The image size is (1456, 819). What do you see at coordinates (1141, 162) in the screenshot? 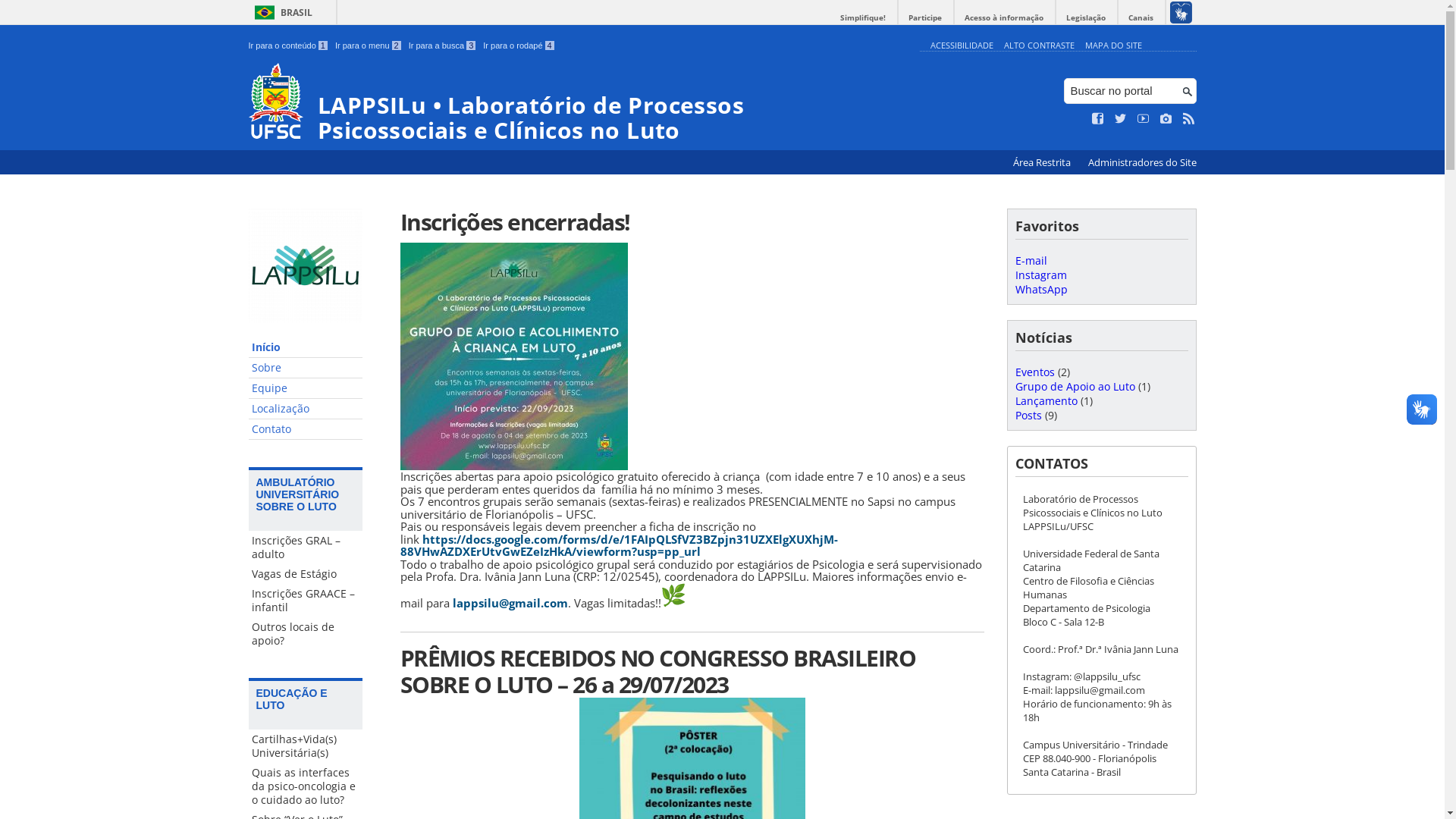
I see `'Administradores do Site'` at bounding box center [1141, 162].